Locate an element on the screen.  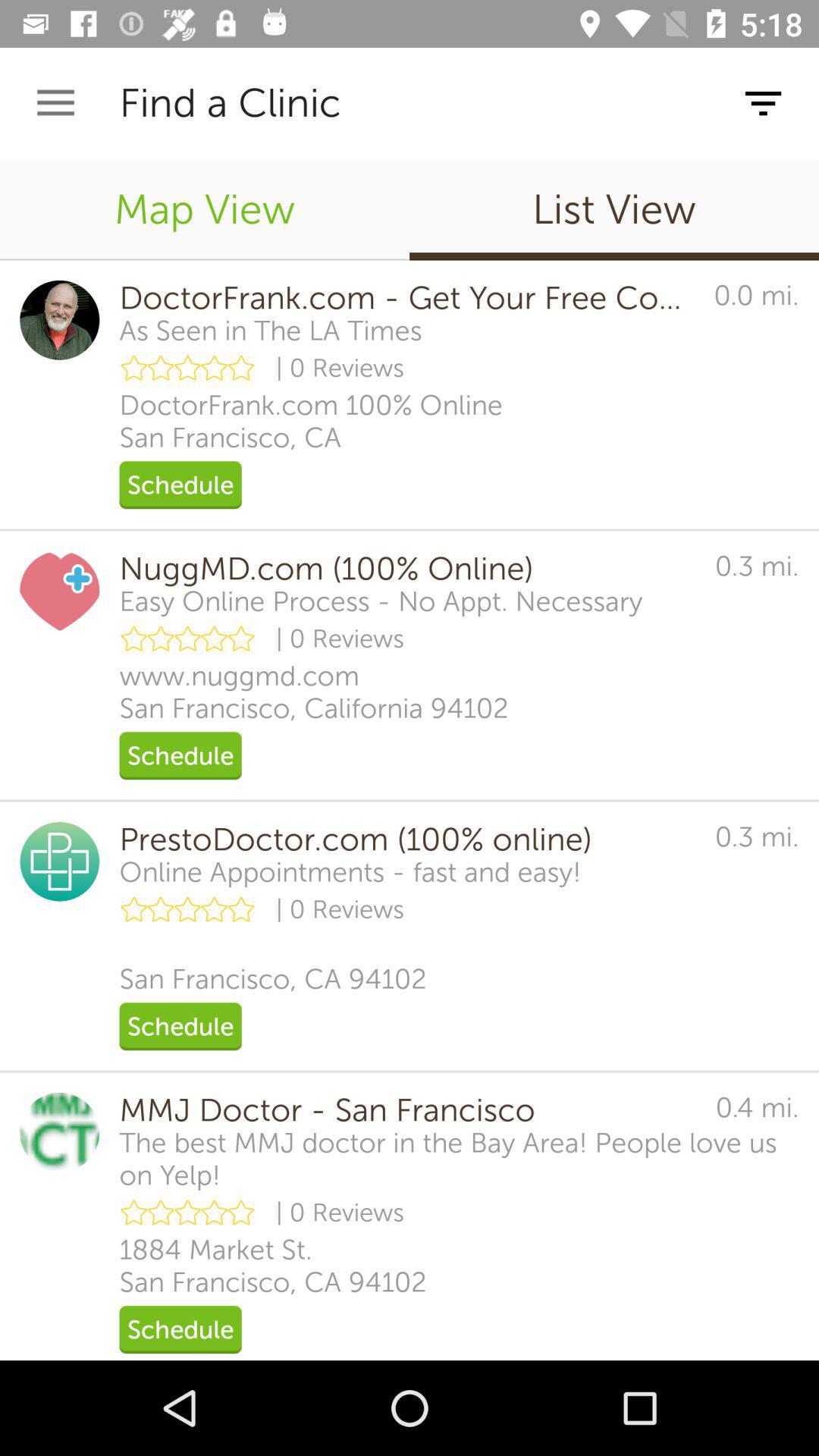
the icon next to the 0.0 mi. icon is located at coordinates (270, 330).